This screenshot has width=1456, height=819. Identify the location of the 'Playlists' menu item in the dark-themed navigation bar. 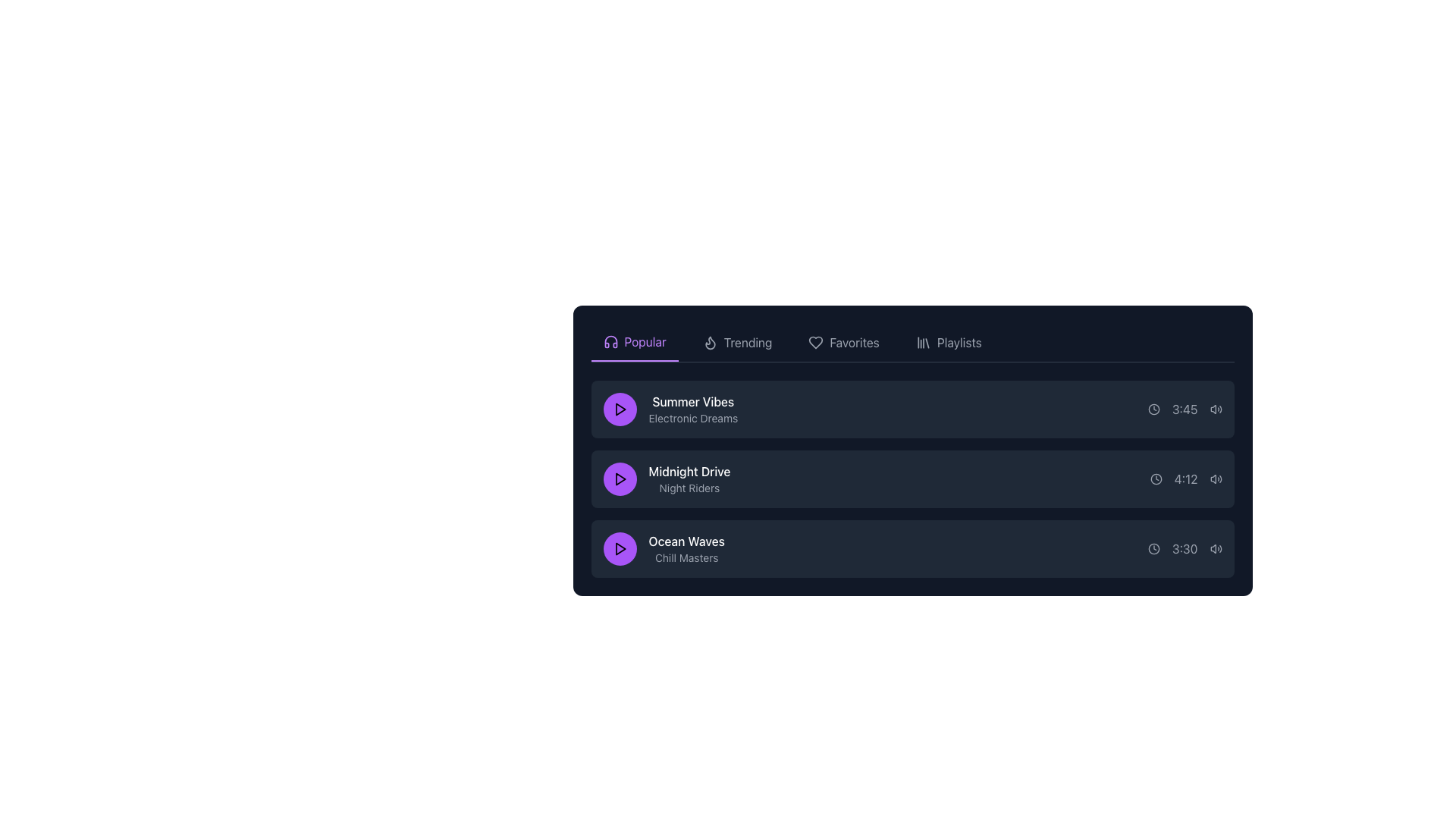
(959, 342).